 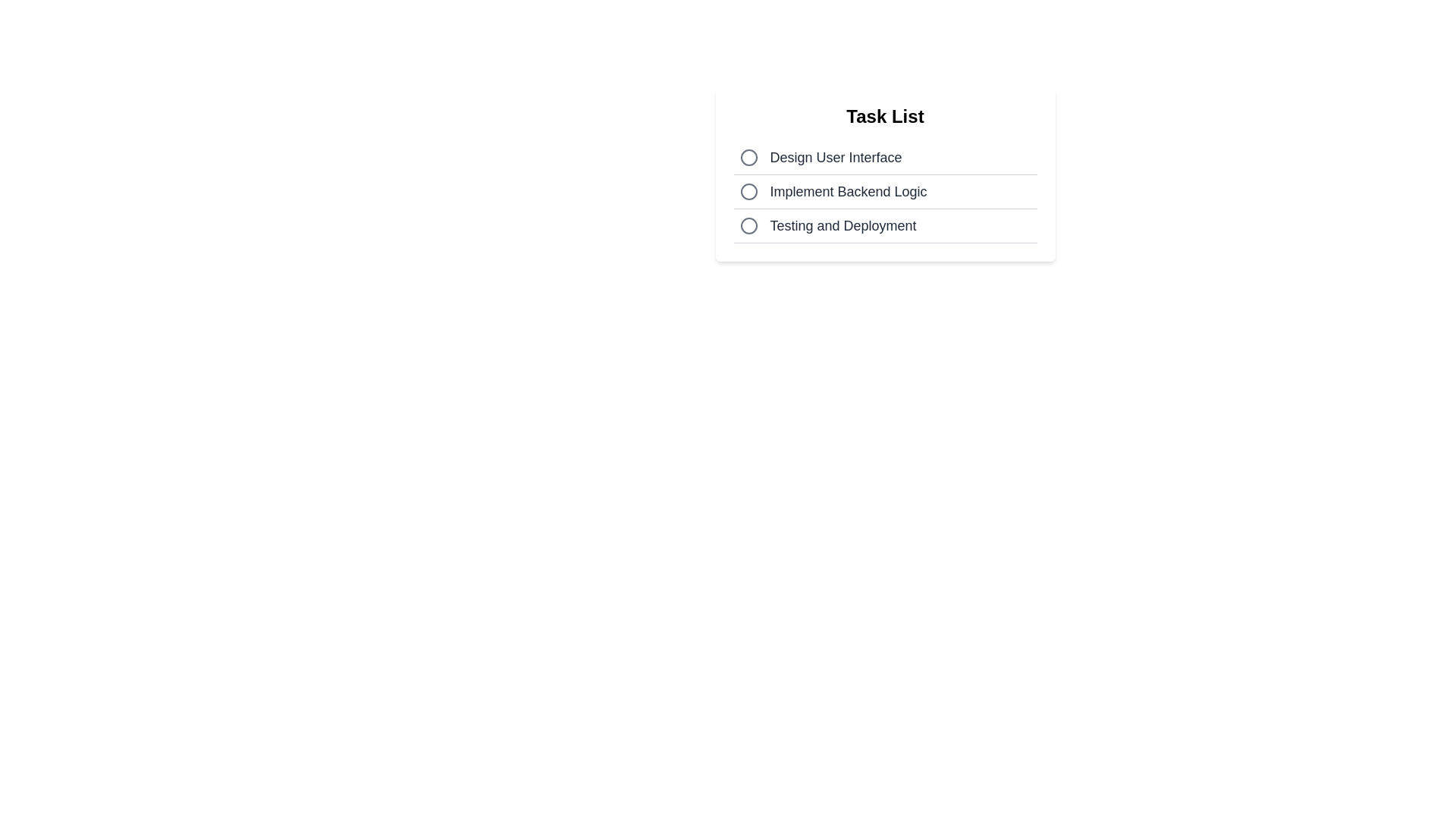 I want to click on the interactive checkbox for the task 'Implement Backend Logic', so click(x=748, y=191).